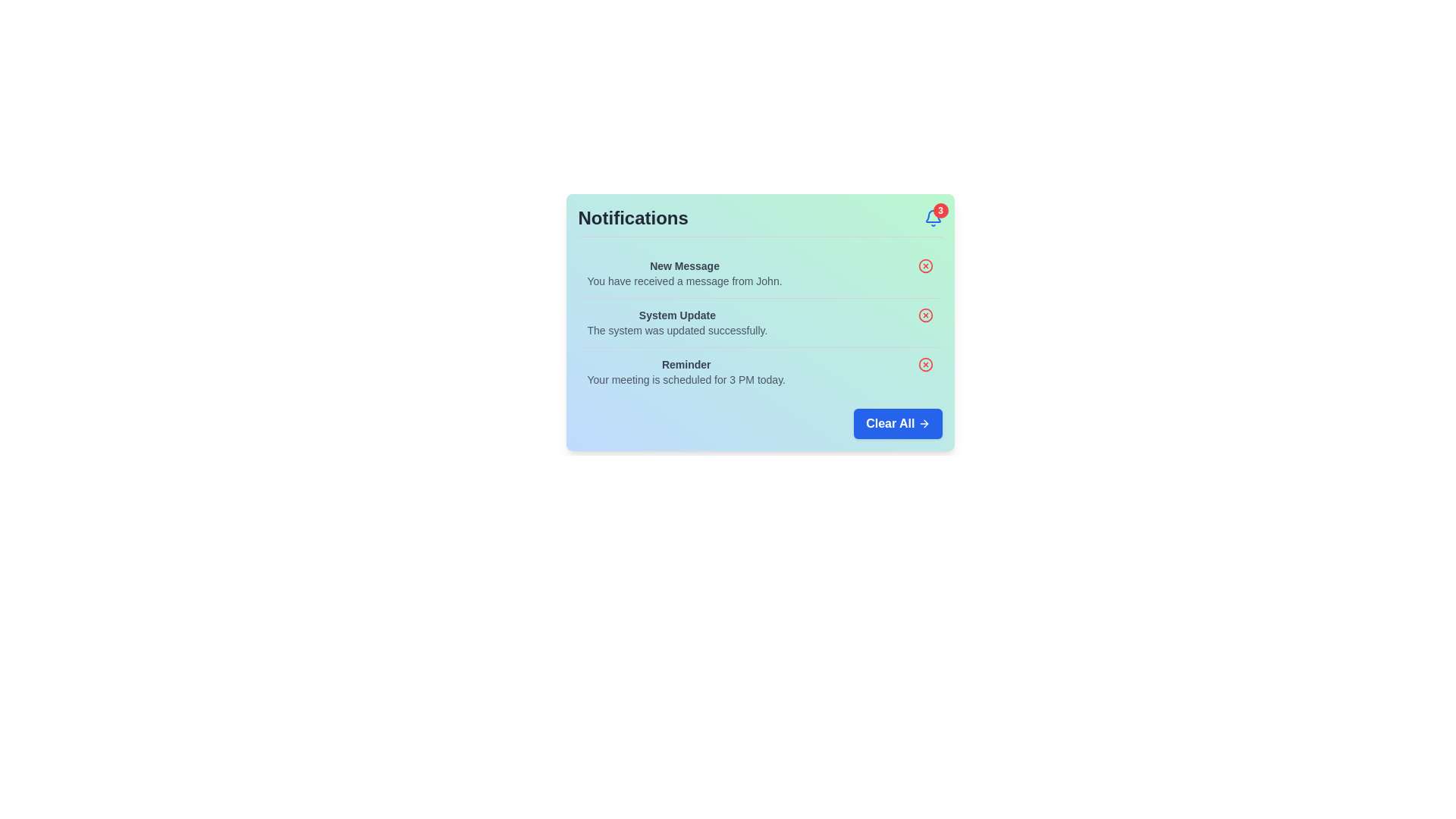 Image resolution: width=1456 pixels, height=819 pixels. What do you see at coordinates (940, 210) in the screenshot?
I see `the red badge indicating the number of new notifications located at the top-right corner of the notification bell icon` at bounding box center [940, 210].